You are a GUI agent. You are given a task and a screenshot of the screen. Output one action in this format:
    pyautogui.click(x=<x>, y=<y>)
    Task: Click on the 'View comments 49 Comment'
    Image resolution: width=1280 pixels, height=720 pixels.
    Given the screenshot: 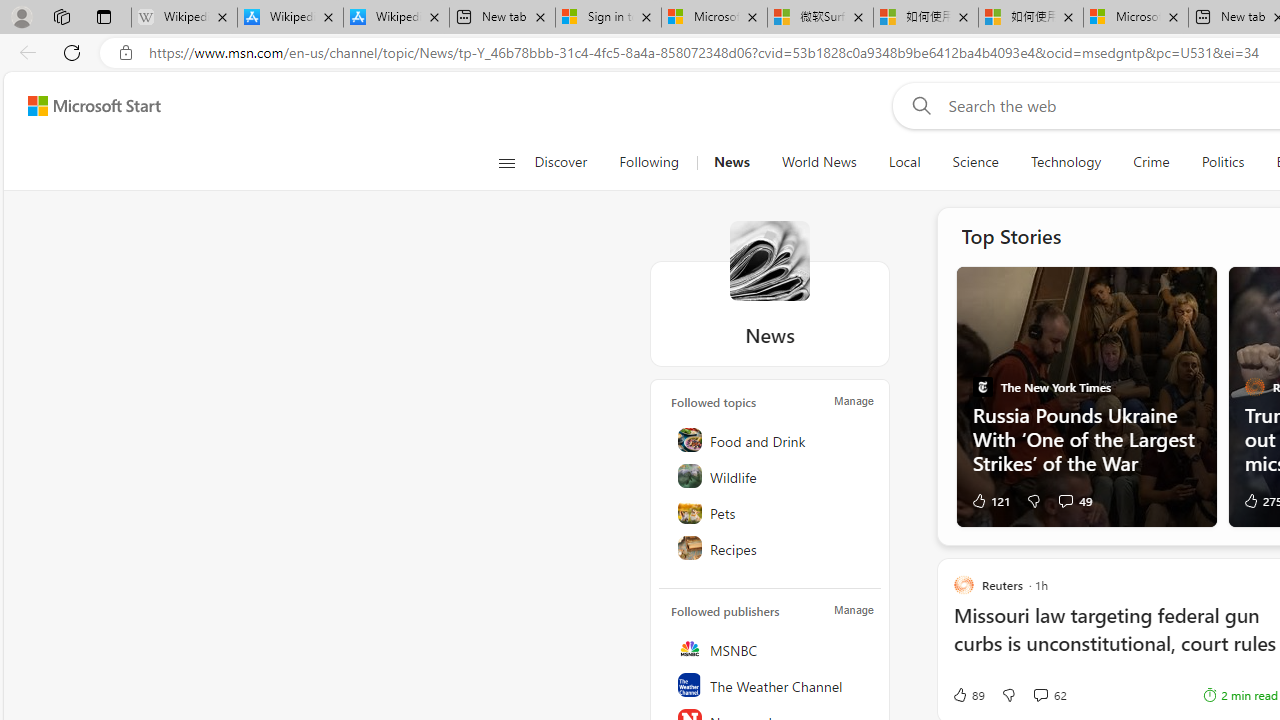 What is the action you would take?
    pyautogui.click(x=1064, y=499)
    